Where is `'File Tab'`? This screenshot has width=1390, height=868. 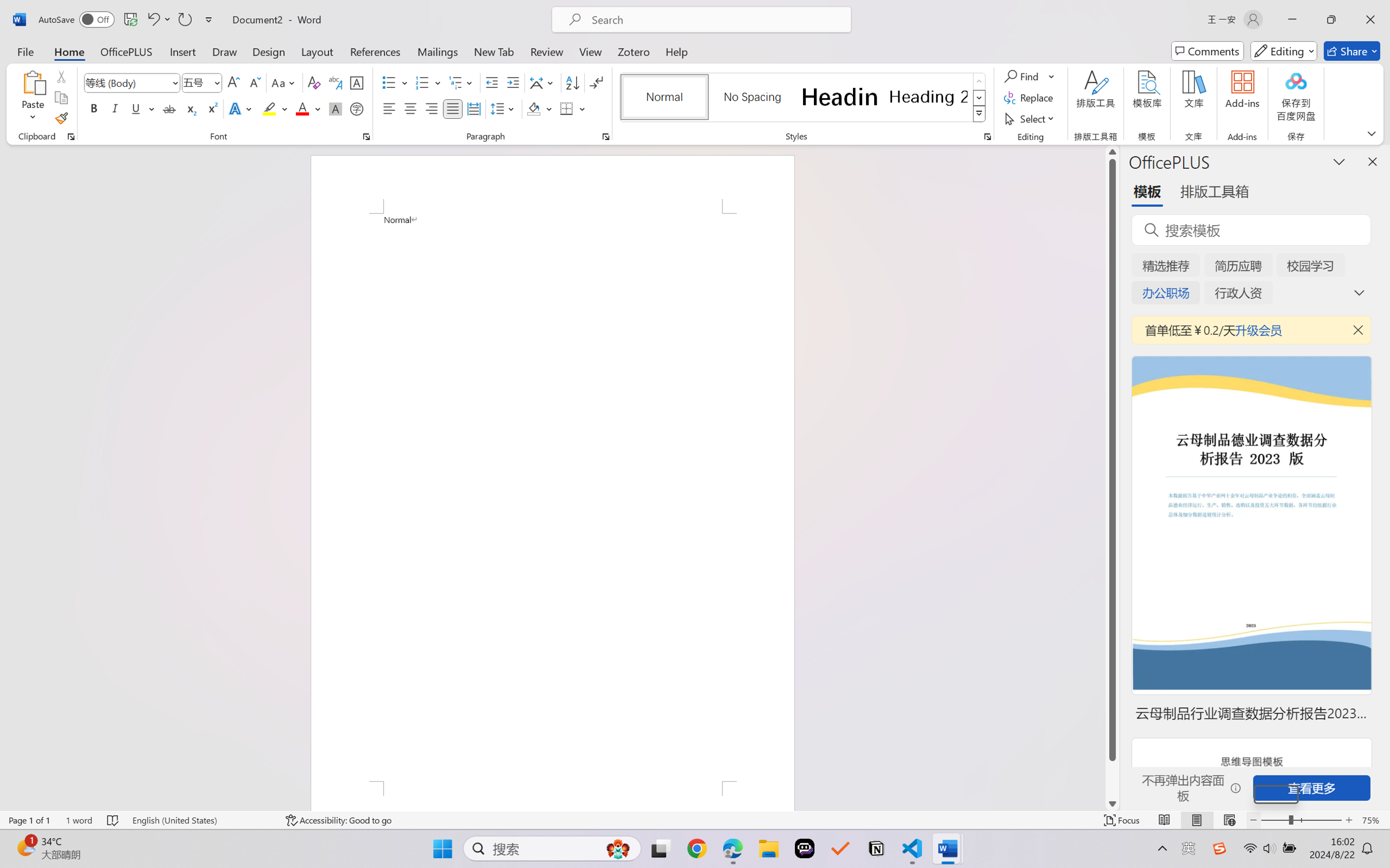
'File Tab' is located at coordinates (25, 51).